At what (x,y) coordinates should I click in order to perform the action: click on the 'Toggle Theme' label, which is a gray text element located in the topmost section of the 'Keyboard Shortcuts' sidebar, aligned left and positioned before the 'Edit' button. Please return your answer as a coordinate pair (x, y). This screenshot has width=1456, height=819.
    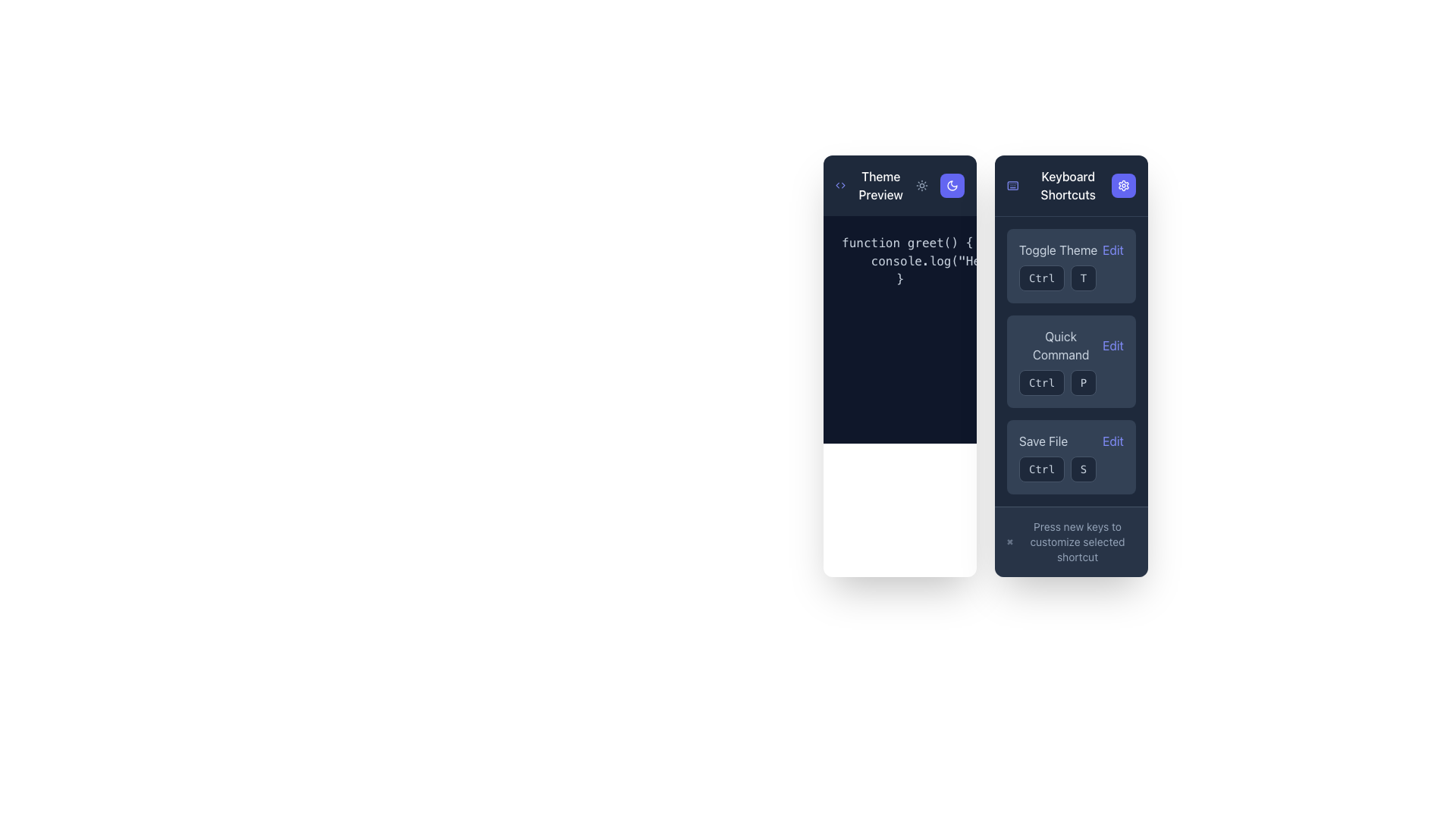
    Looking at the image, I should click on (1057, 249).